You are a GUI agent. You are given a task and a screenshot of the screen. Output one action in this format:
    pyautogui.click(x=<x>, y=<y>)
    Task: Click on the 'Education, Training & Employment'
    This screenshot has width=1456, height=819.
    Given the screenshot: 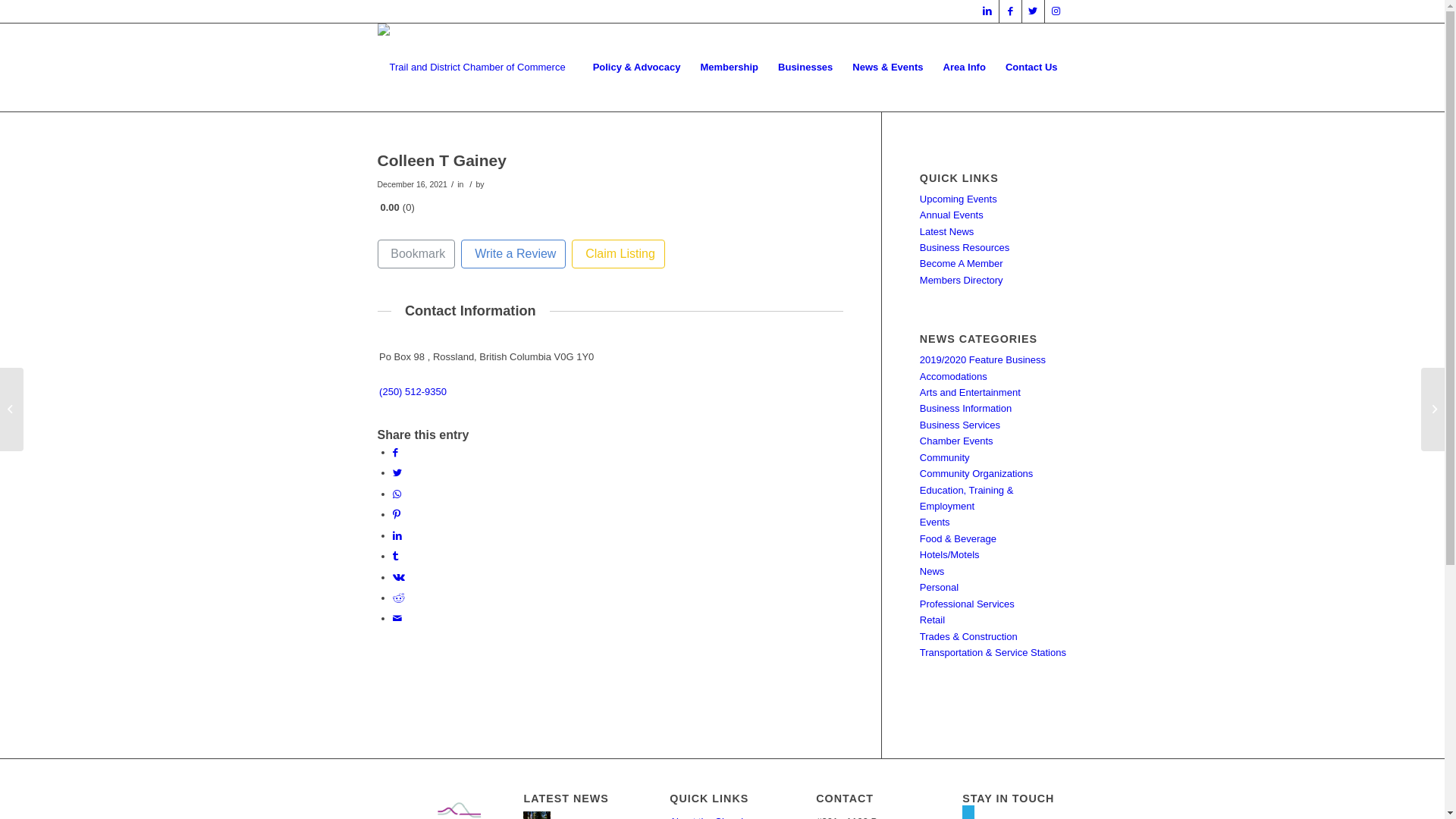 What is the action you would take?
    pyautogui.click(x=966, y=497)
    